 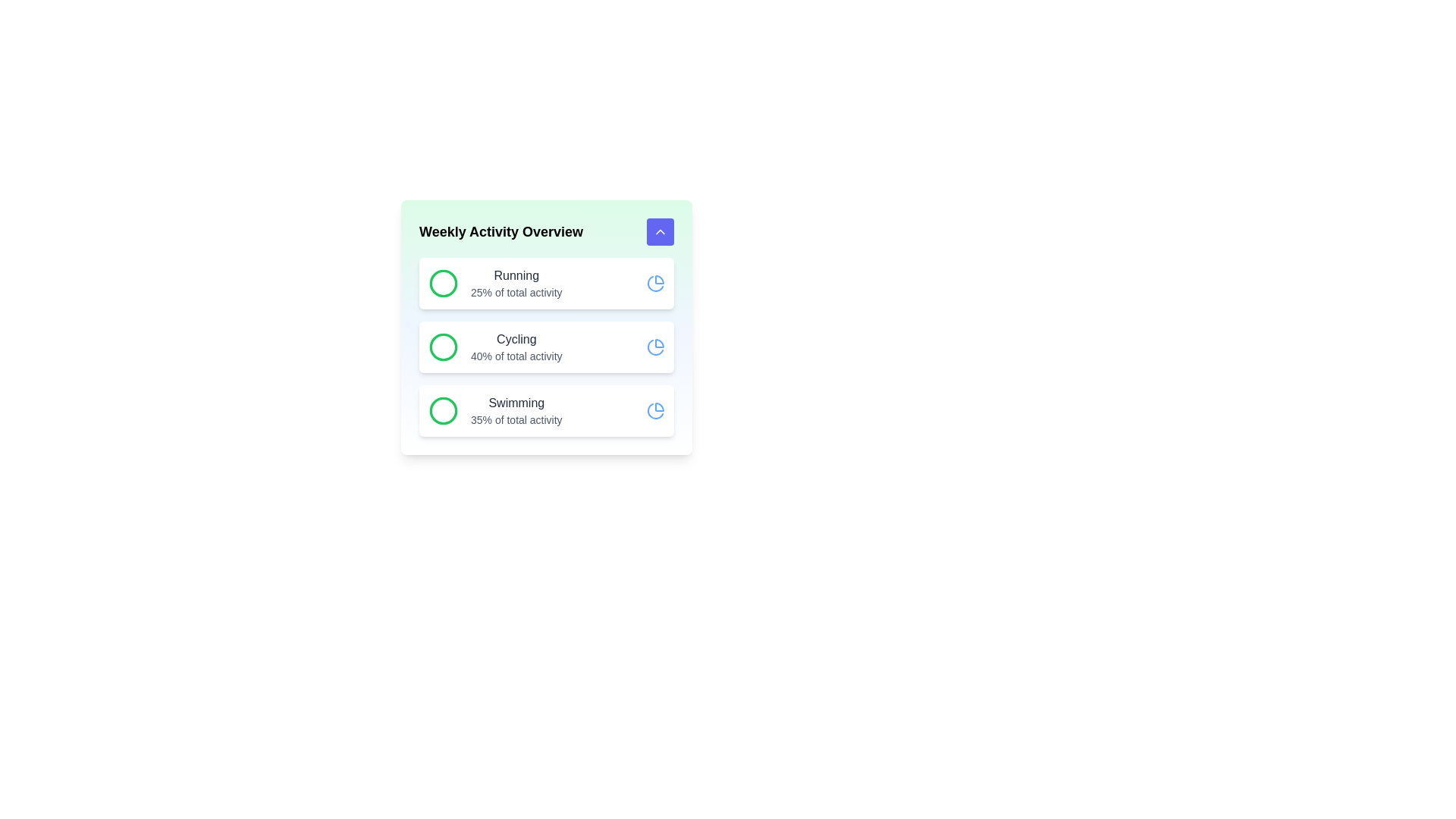 What do you see at coordinates (655, 347) in the screenshot?
I see `the blue pie chart icon located to the far right of the text '40% of total activity' in the 'Weekly Activity Overview' card` at bounding box center [655, 347].